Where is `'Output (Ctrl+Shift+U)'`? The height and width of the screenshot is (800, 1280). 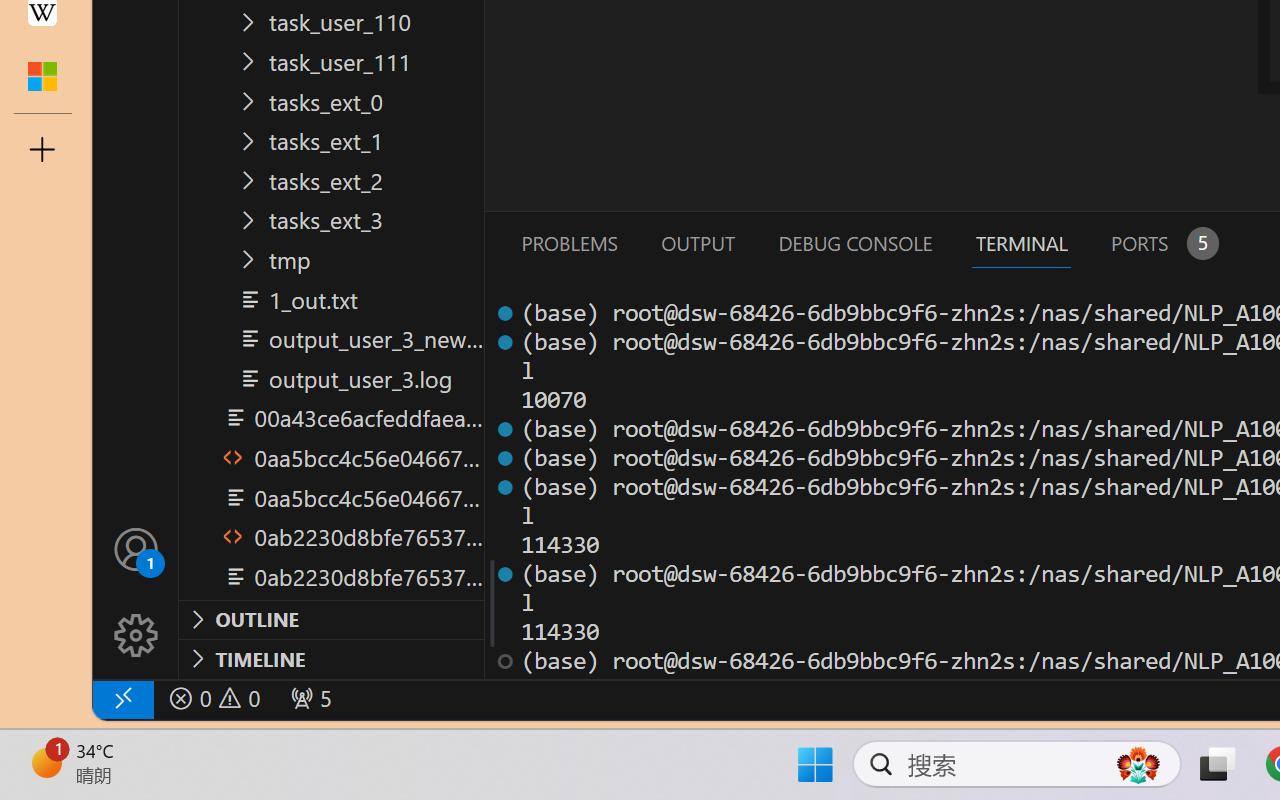
'Output (Ctrl+Shift+U)' is located at coordinates (696, 242).